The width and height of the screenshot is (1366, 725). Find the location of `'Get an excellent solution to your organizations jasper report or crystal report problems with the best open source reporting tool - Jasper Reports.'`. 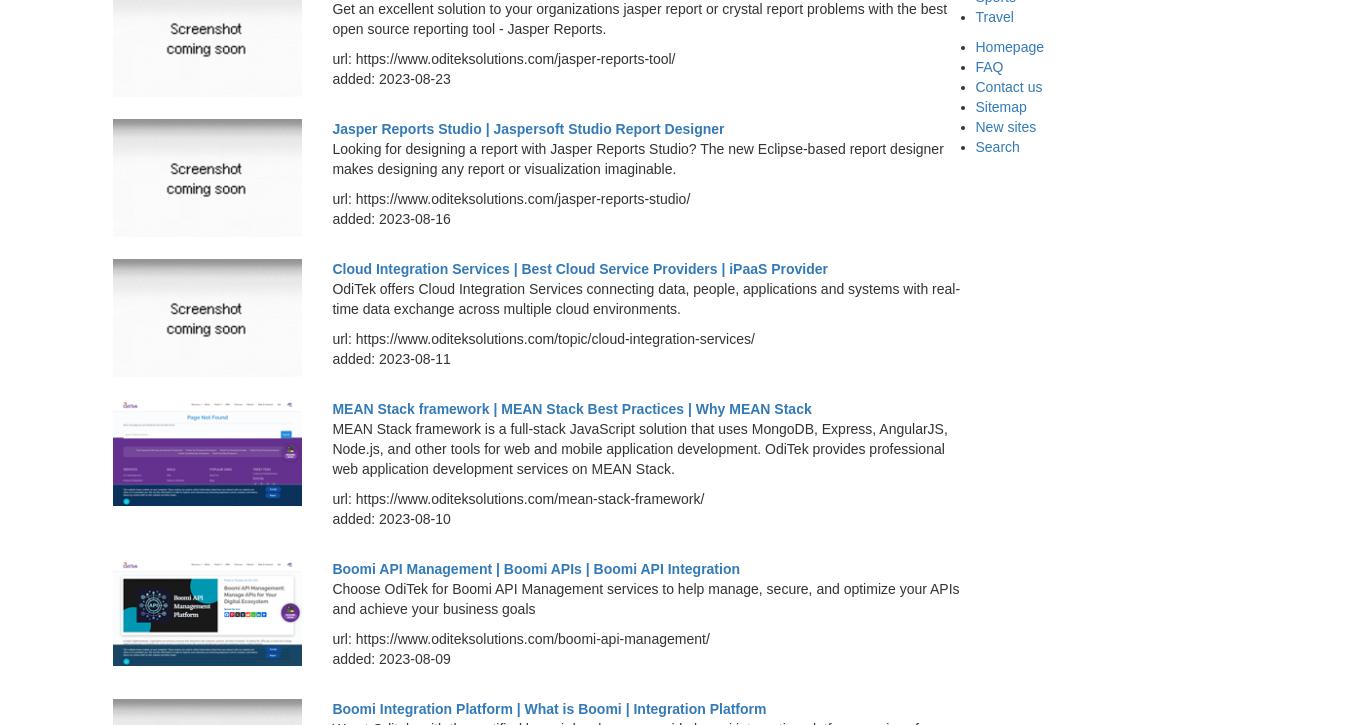

'Get an excellent solution to your organizations jasper report or crystal report problems with the best open source reporting tool - Jasper Reports.' is located at coordinates (331, 18).